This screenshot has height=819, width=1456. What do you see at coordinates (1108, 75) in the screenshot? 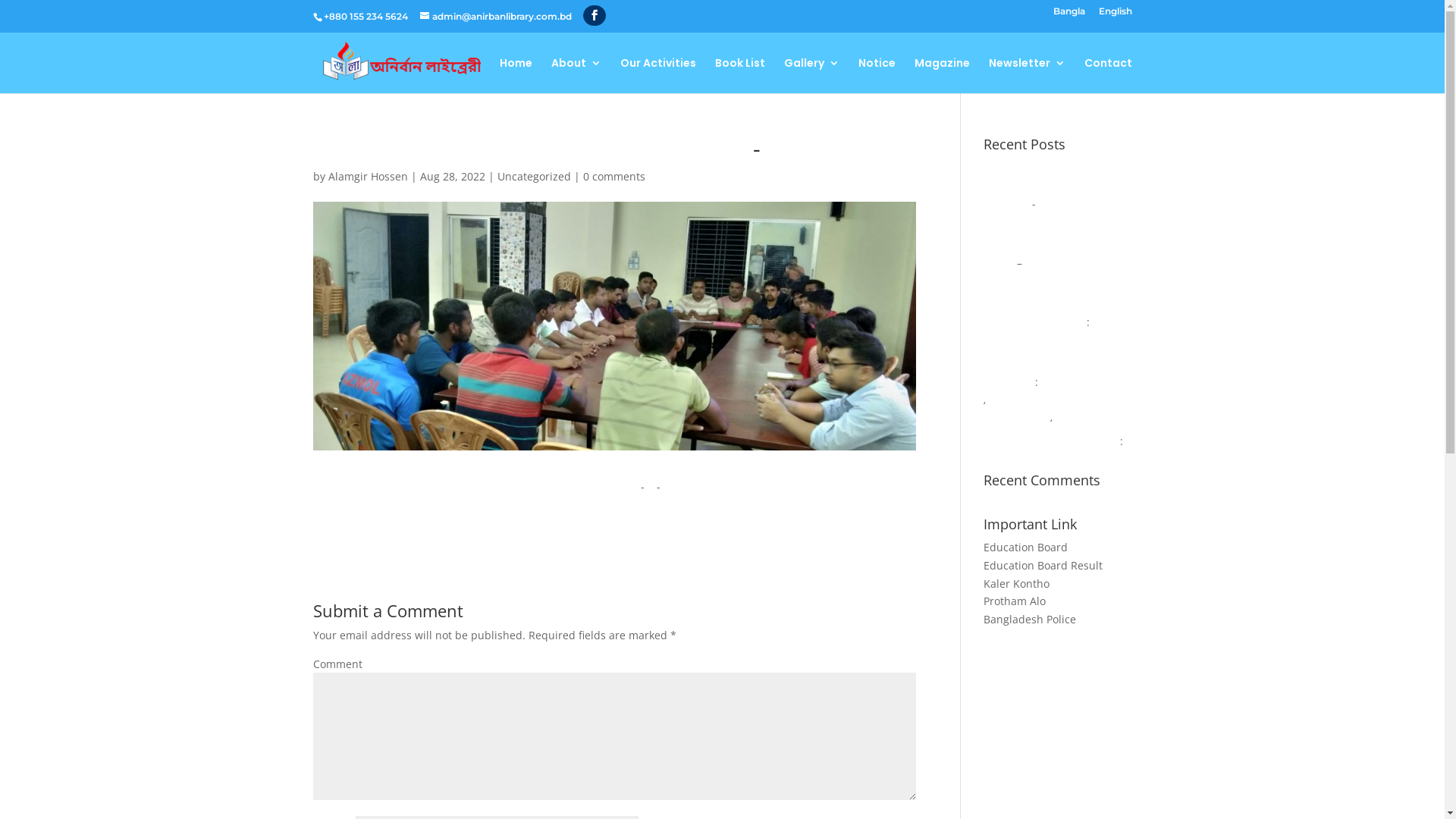
I see `'Contact'` at bounding box center [1108, 75].